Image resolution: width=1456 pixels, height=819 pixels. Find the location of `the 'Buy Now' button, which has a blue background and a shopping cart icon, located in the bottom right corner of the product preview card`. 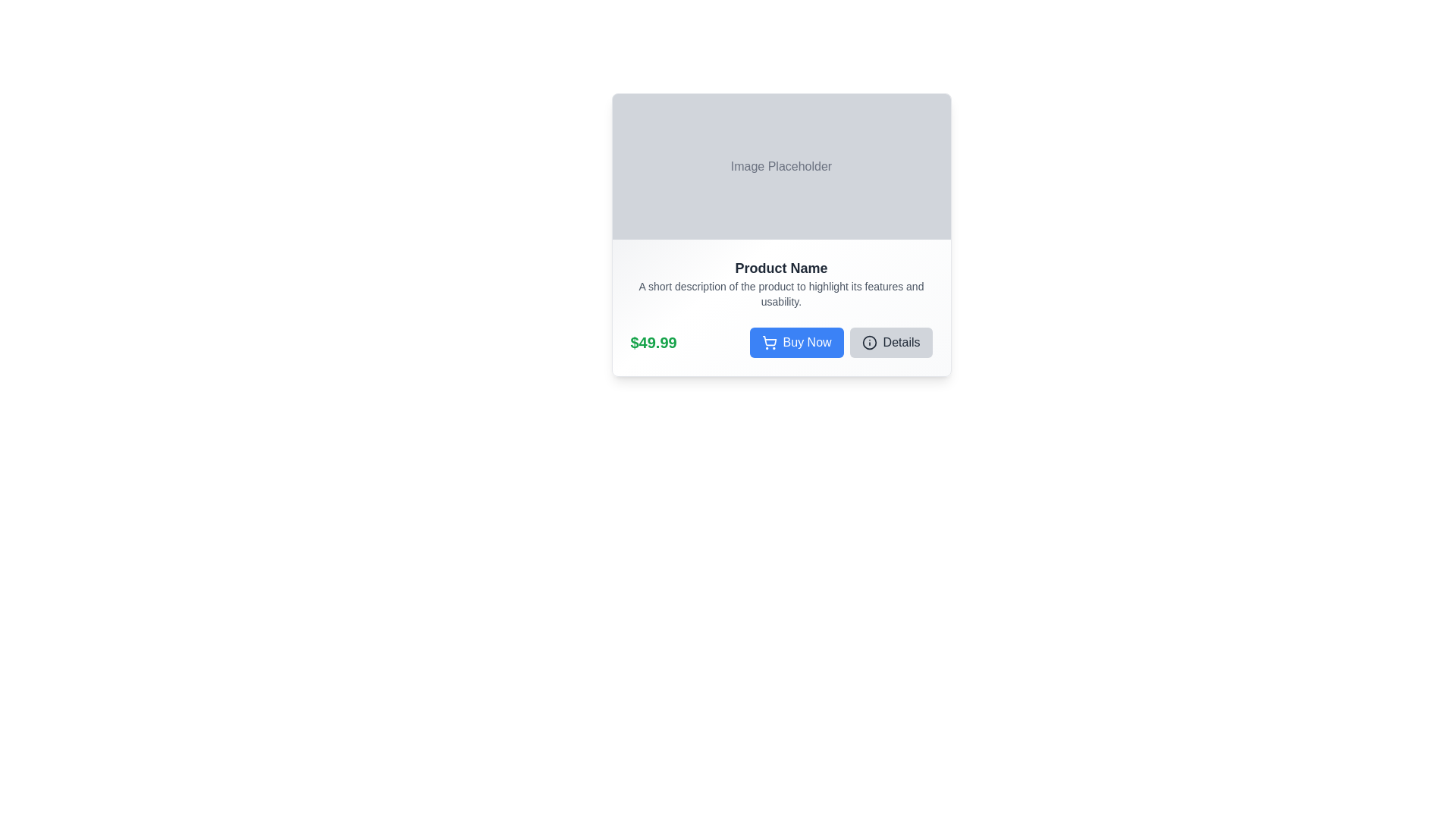

the 'Buy Now' button, which has a blue background and a shopping cart icon, located in the bottom right corner of the product preview card is located at coordinates (839, 342).